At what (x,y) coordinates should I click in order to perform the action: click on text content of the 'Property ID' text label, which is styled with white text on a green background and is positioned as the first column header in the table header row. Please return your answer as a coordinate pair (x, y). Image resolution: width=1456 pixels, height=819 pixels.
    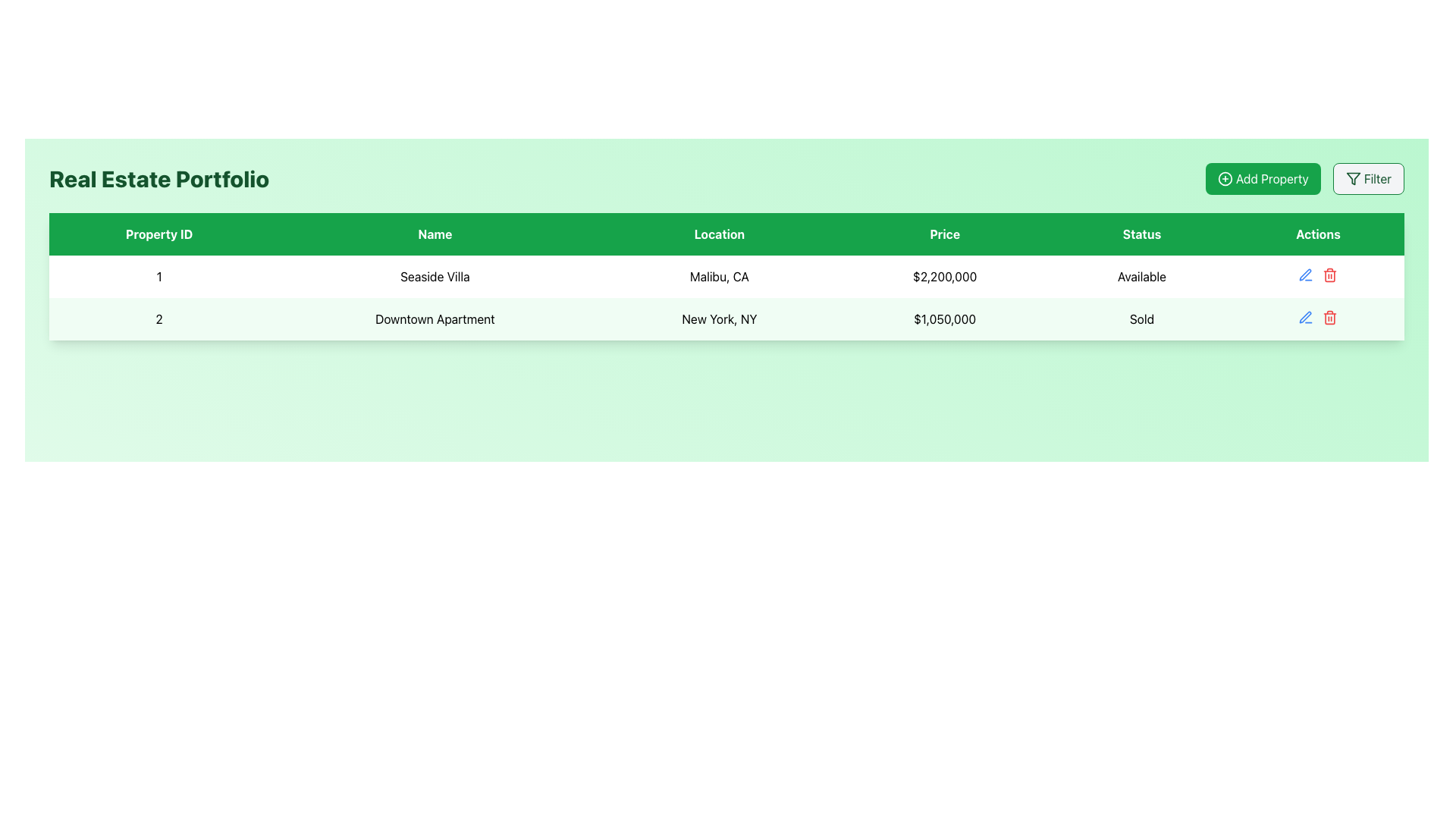
    Looking at the image, I should click on (159, 234).